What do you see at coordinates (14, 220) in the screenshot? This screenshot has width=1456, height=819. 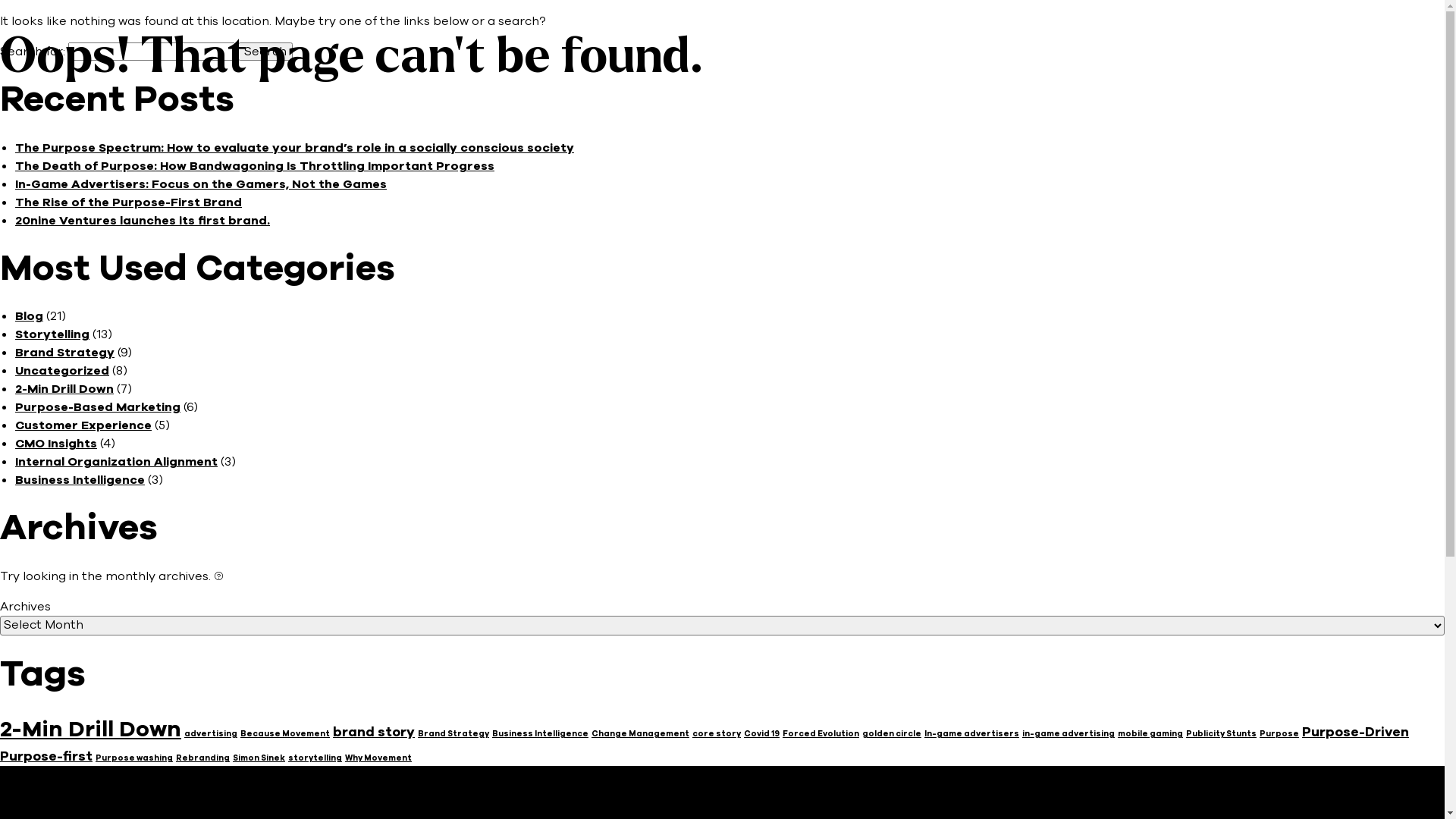 I see `'20nine Ventures launches its first brand.'` at bounding box center [14, 220].